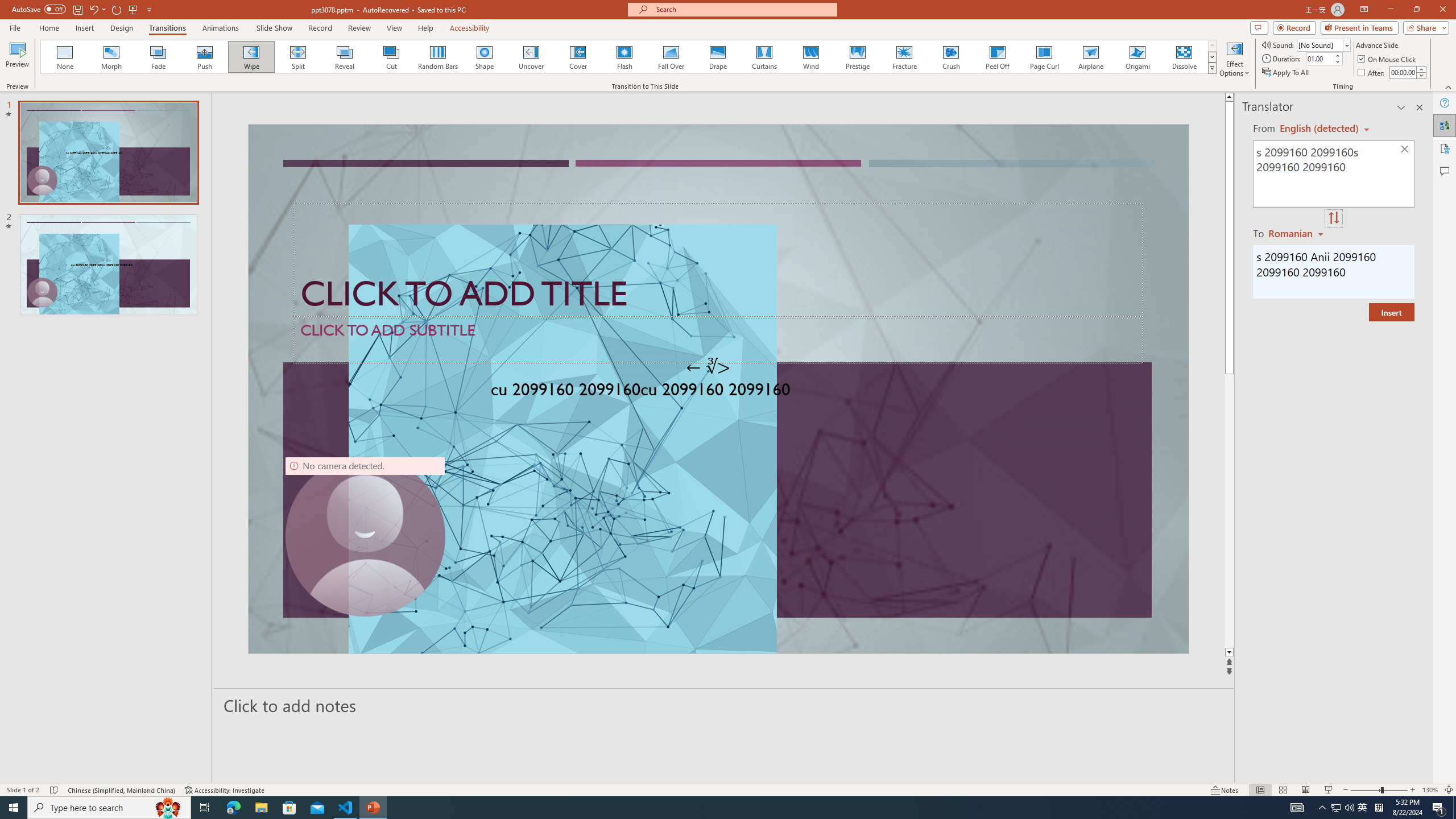  What do you see at coordinates (810, 56) in the screenshot?
I see `'Wind'` at bounding box center [810, 56].